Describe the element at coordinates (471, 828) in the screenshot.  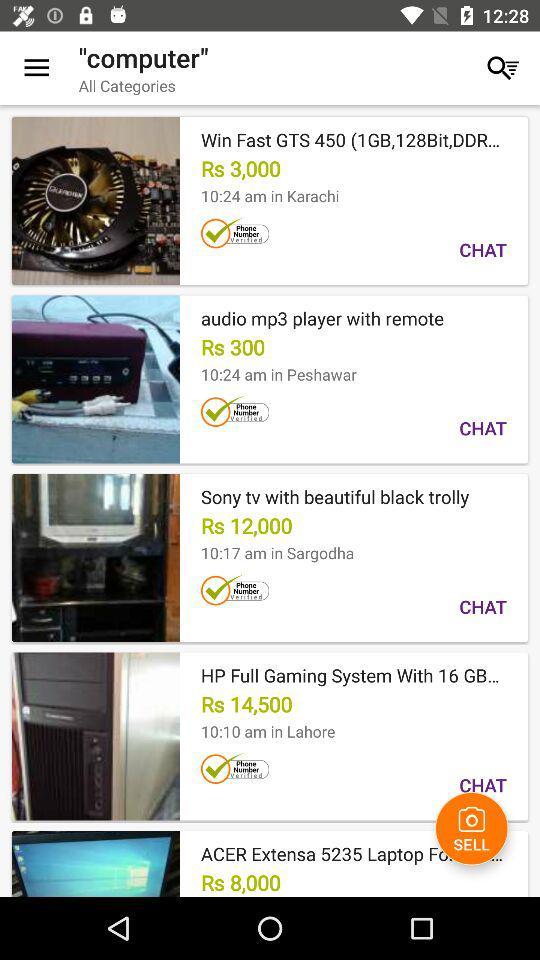
I see `icon to the right of the rs 8,000 item` at that location.